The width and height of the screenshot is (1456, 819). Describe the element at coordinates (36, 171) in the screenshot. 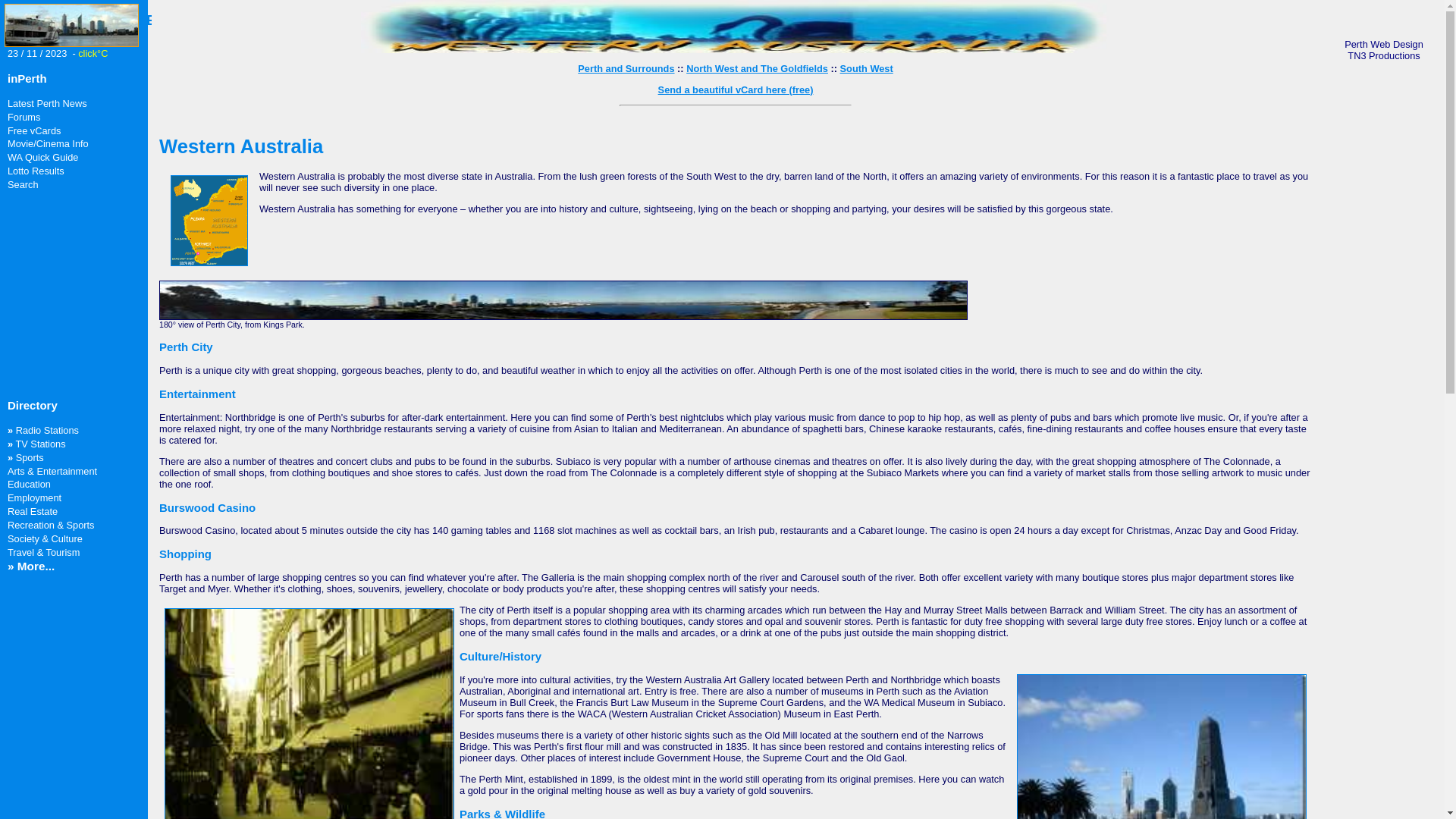

I see `'Lotto Results'` at that location.